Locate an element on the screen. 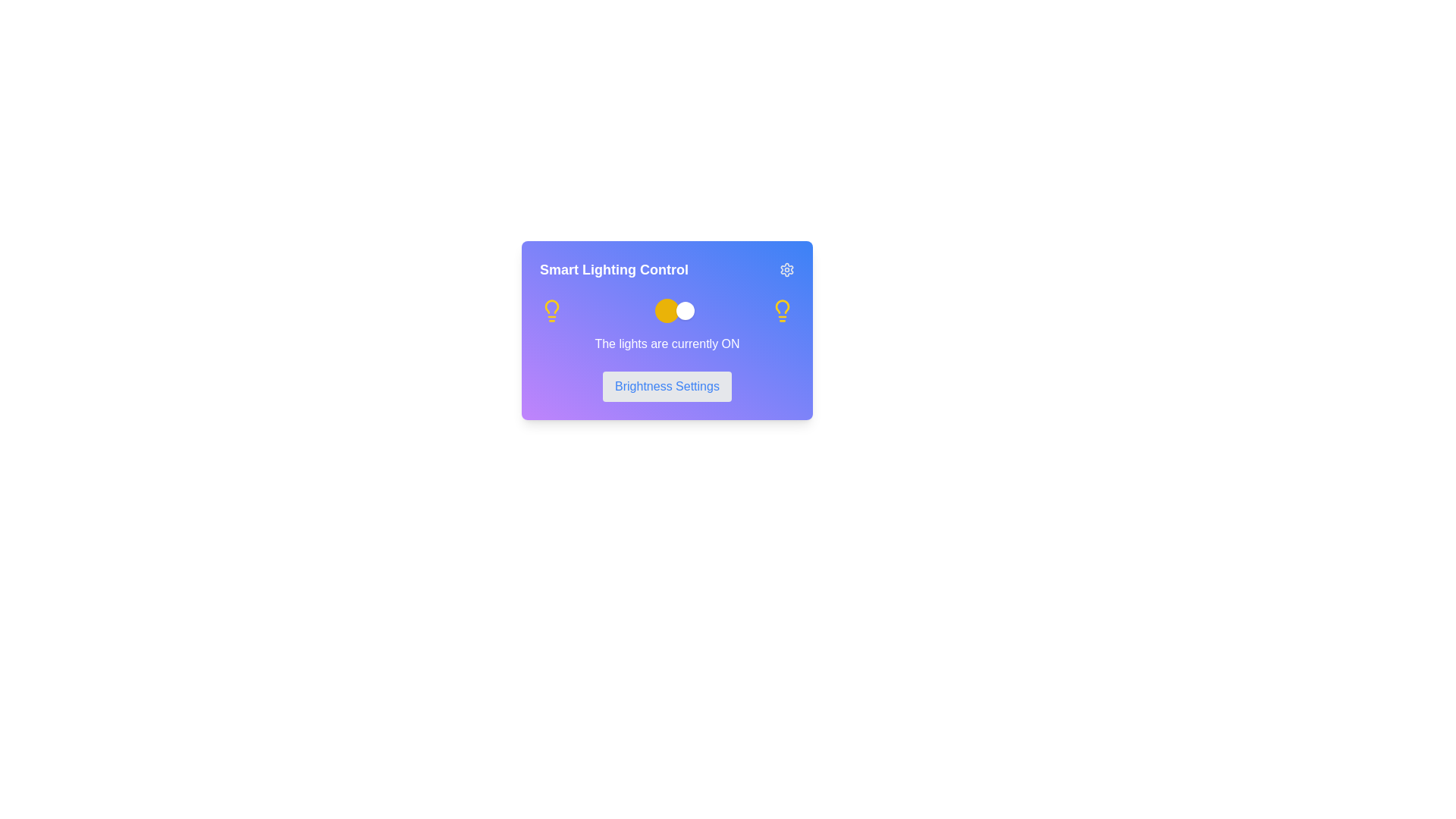 This screenshot has height=819, width=1456. the gear icon located in the top-right corner of the 'Smart Lighting Control' interface is located at coordinates (786, 268).